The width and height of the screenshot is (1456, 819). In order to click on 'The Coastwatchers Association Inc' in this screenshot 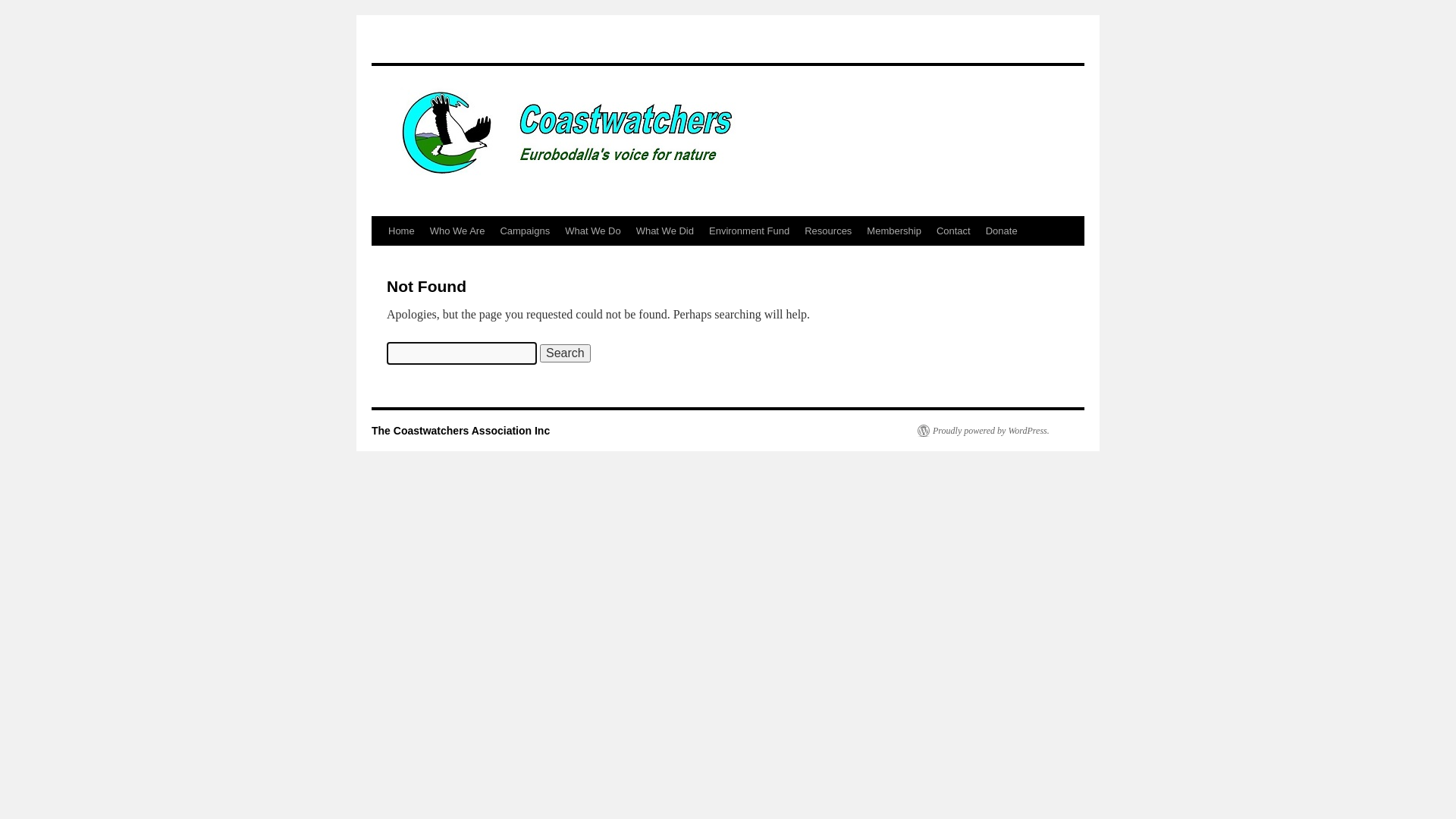, I will do `click(460, 430)`.